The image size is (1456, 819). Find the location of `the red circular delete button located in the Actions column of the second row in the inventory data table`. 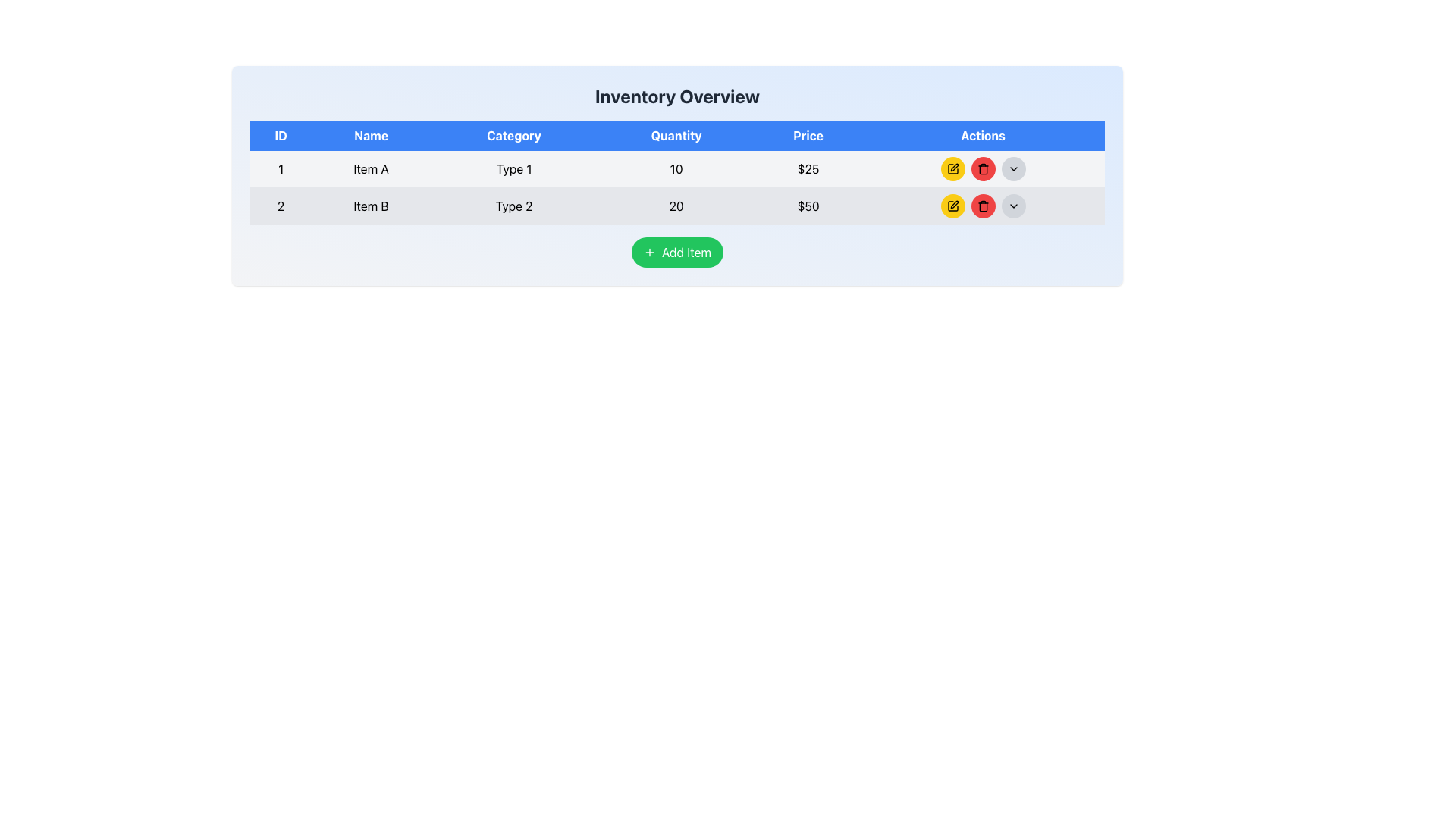

the red circular delete button located in the Actions column of the second row in the inventory data table is located at coordinates (983, 169).